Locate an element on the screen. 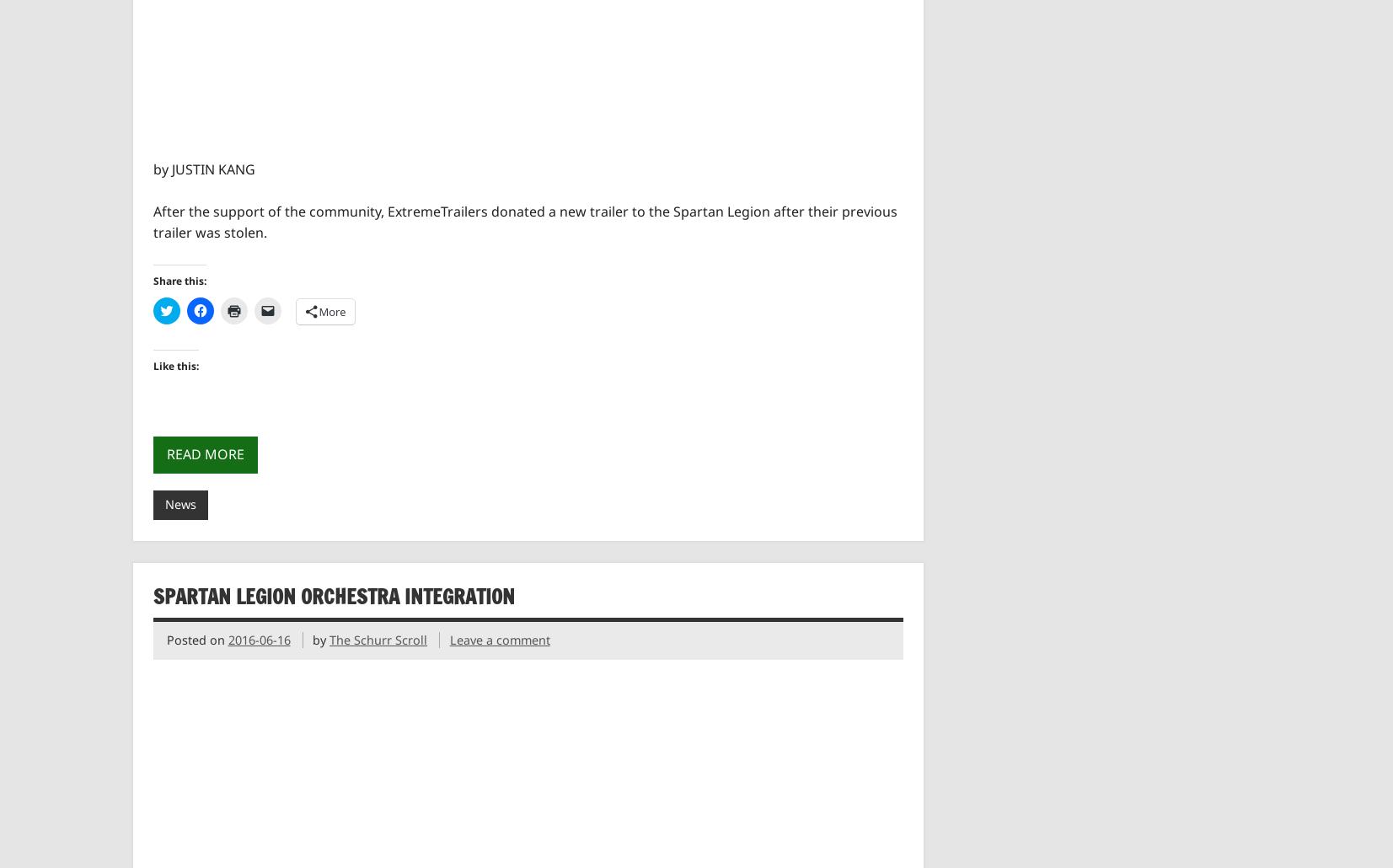 This screenshot has width=1393, height=868. 'More' is located at coordinates (331, 311).